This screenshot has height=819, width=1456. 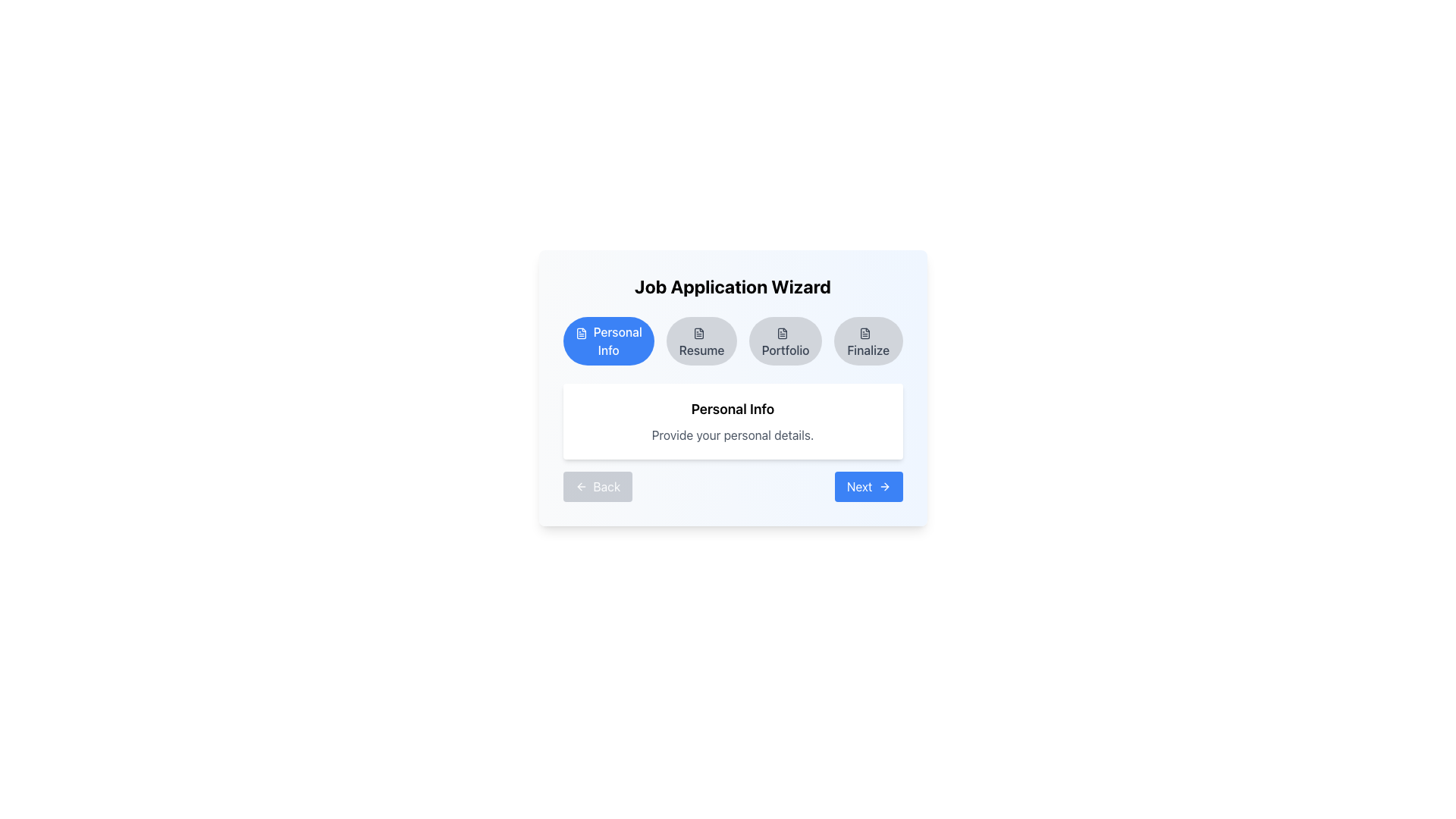 I want to click on the 'Portfolio' navigation button located below the 'Job Application Wizard' section, so click(x=786, y=341).